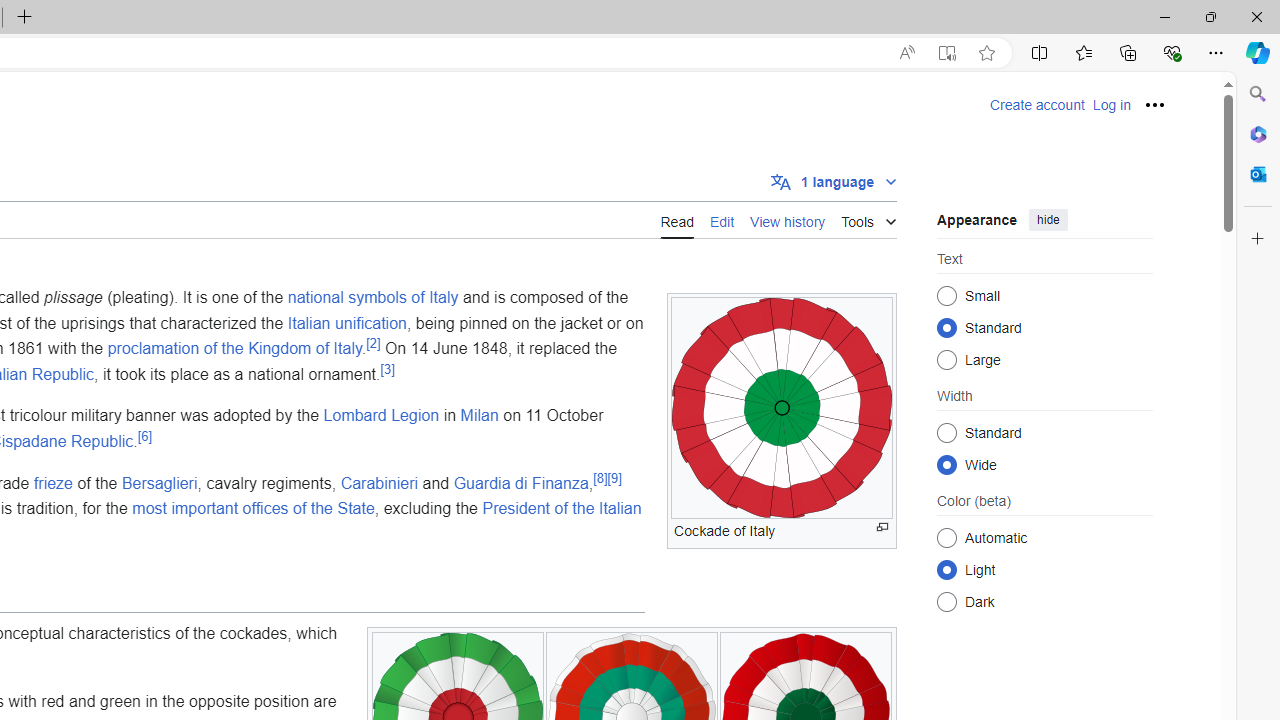 The height and width of the screenshot is (720, 1280). I want to click on 'Lombard Legion', so click(381, 414).